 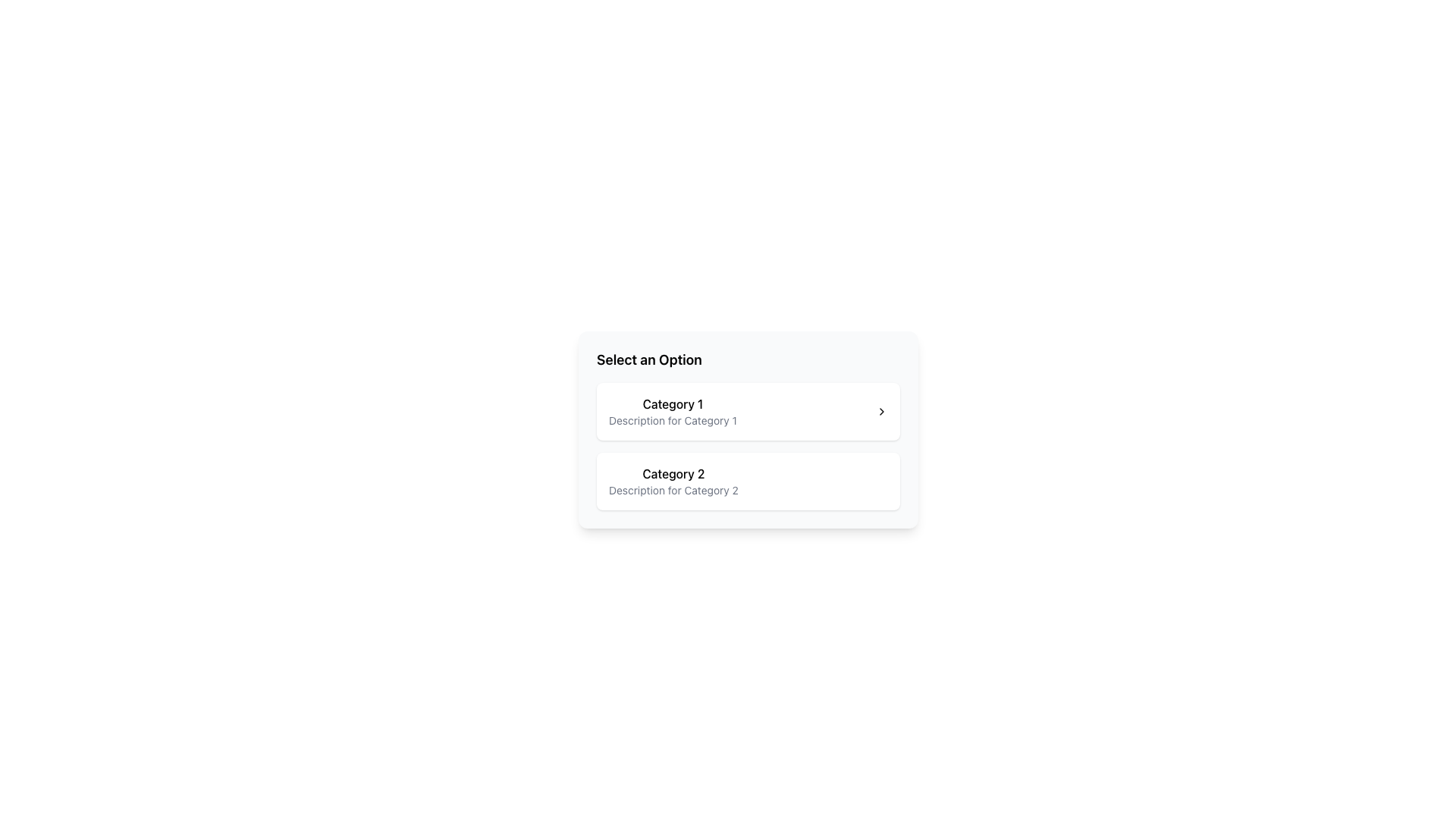 I want to click on the text block that describes 'Category 2', which provides a label and description for the second option in a vertically stacked list, so click(x=673, y=482).